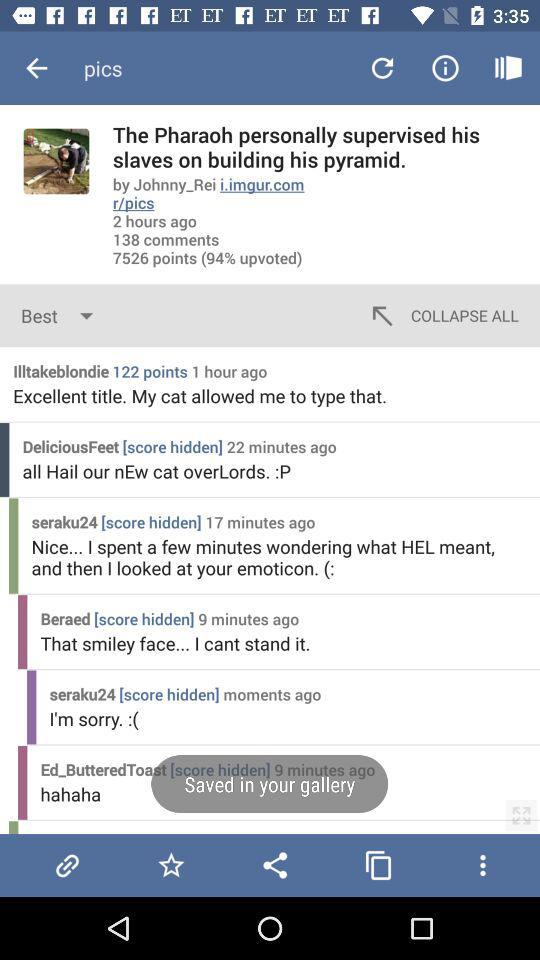 This screenshot has height=960, width=540. What do you see at coordinates (171, 864) in the screenshot?
I see `save` at bounding box center [171, 864].